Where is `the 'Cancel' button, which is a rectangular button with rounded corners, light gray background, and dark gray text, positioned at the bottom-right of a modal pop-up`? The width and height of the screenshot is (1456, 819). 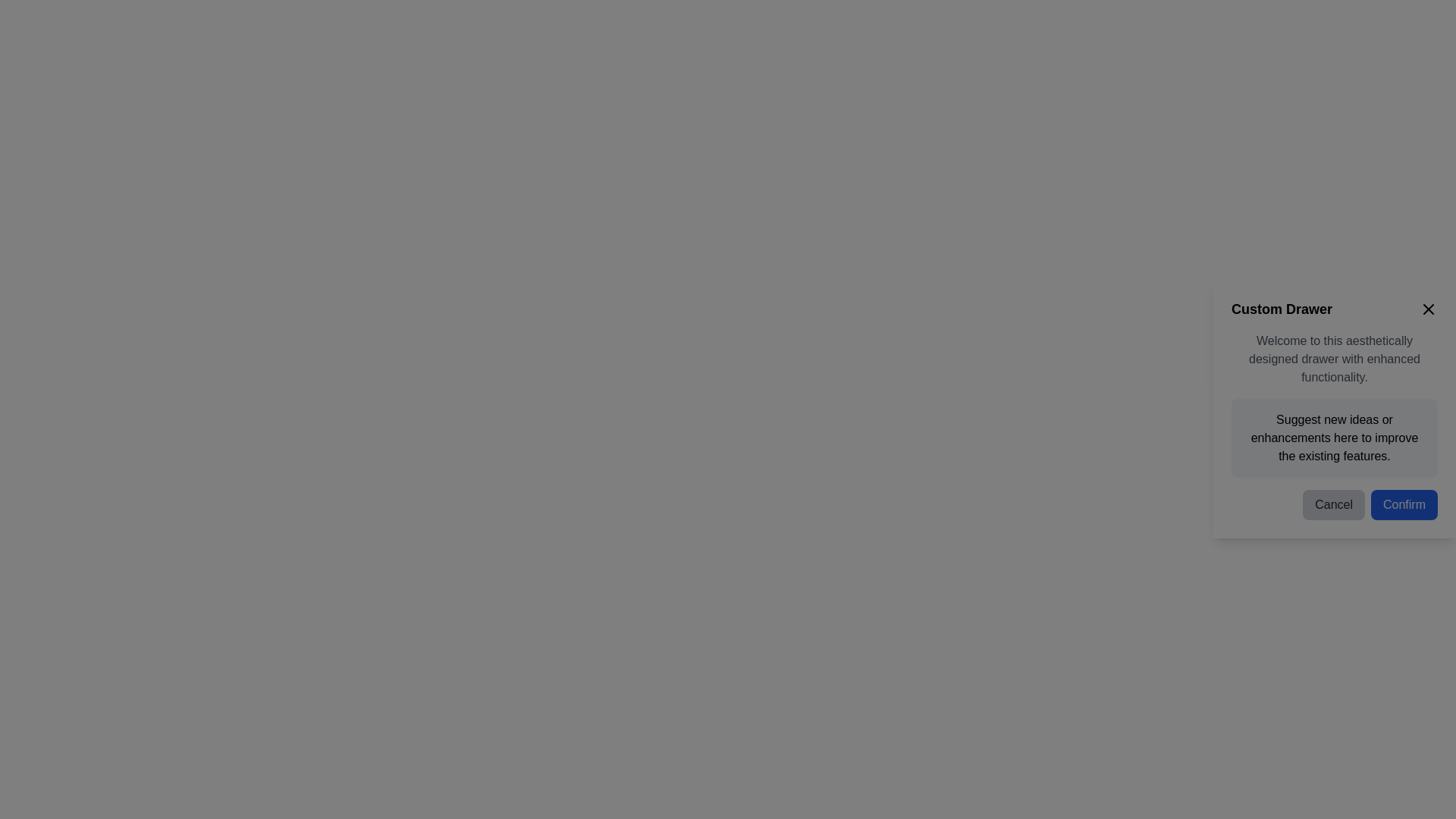 the 'Cancel' button, which is a rectangular button with rounded corners, light gray background, and dark gray text, positioned at the bottom-right of a modal pop-up is located at coordinates (1333, 505).